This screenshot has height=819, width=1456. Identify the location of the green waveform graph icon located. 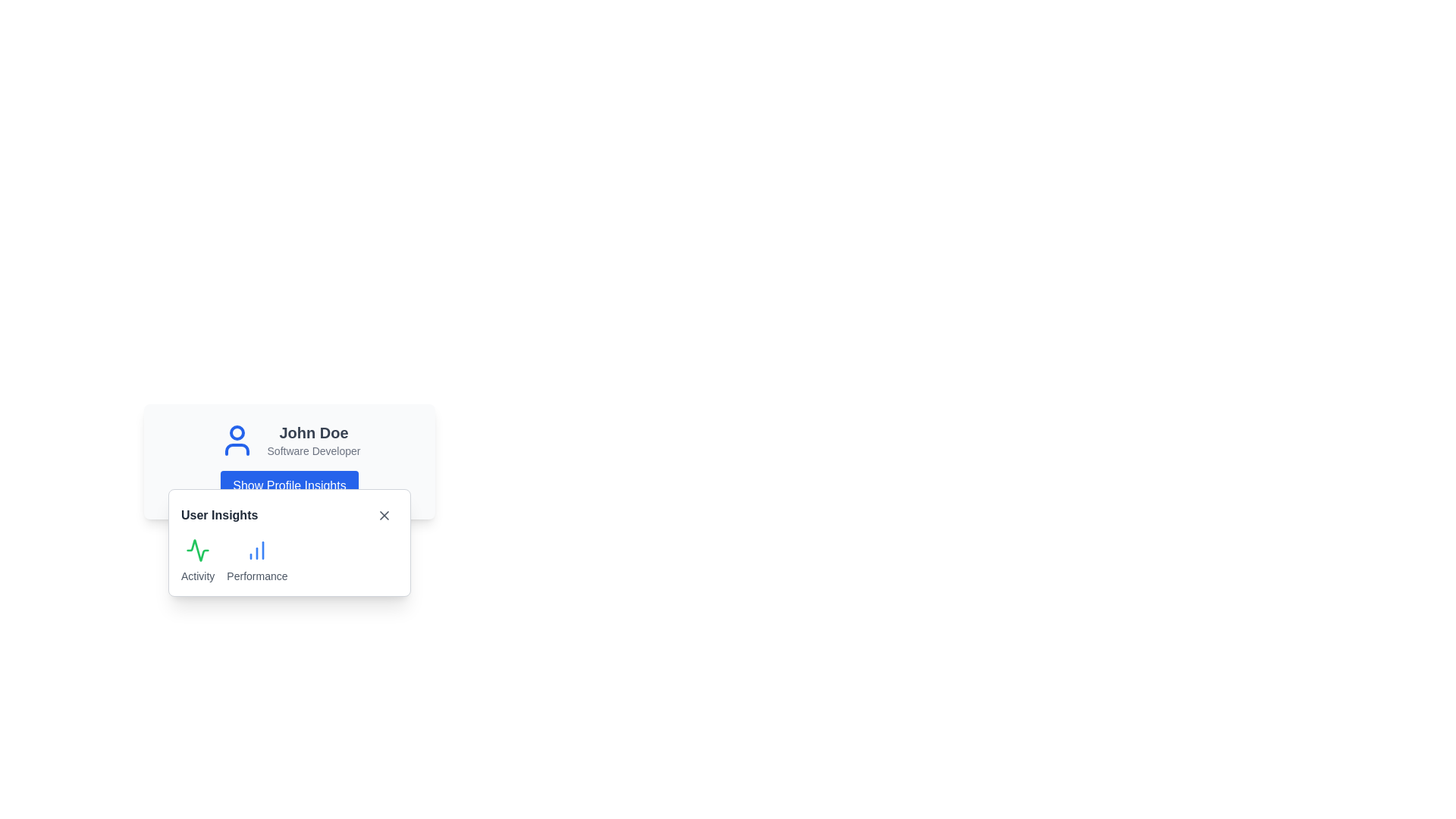
(197, 550).